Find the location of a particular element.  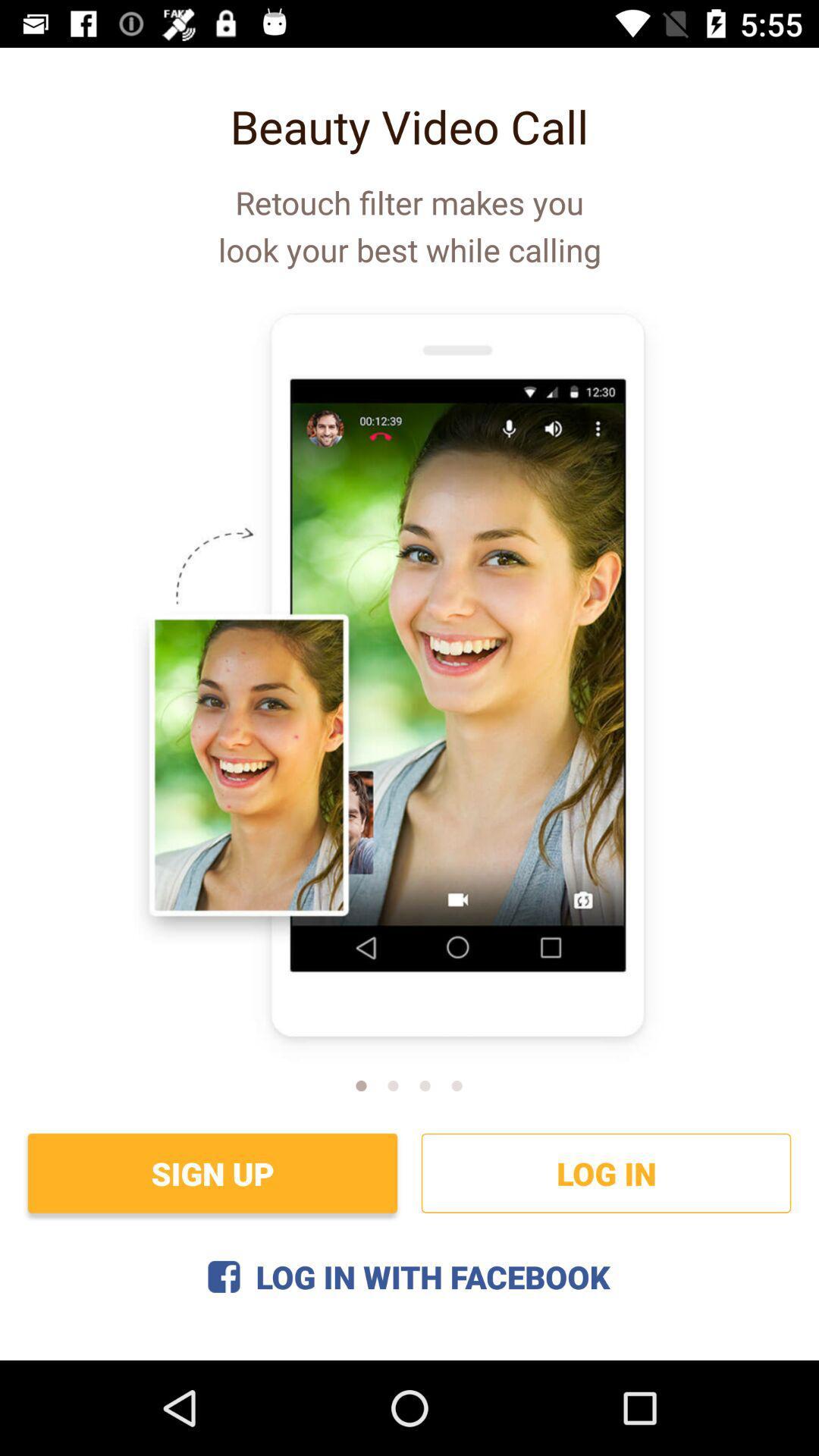

sign up at the bottom left corner is located at coordinates (212, 1172).